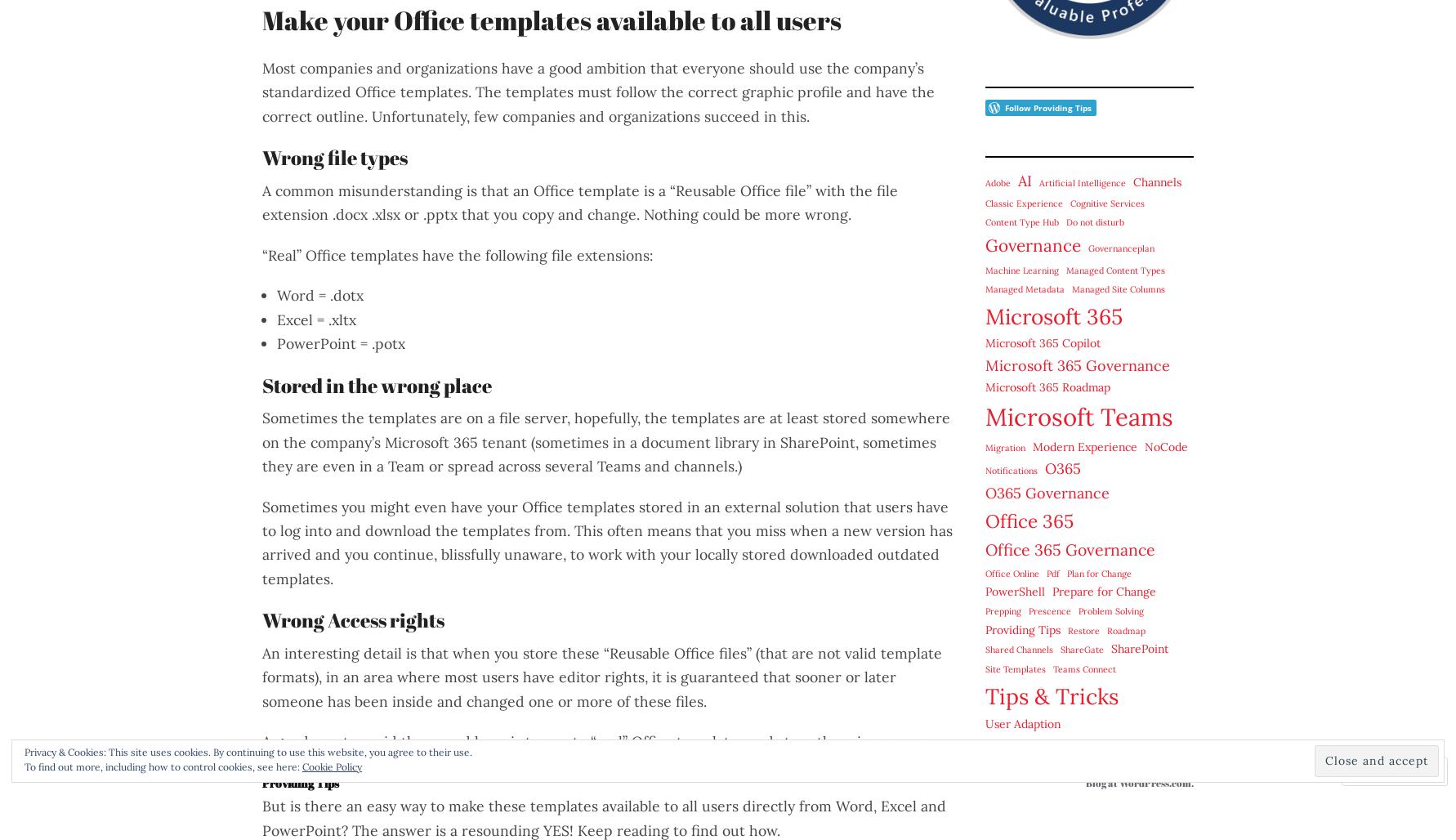 This screenshot has height=840, width=1456. Describe the element at coordinates (1166, 445) in the screenshot. I see `'NoCode'` at that location.